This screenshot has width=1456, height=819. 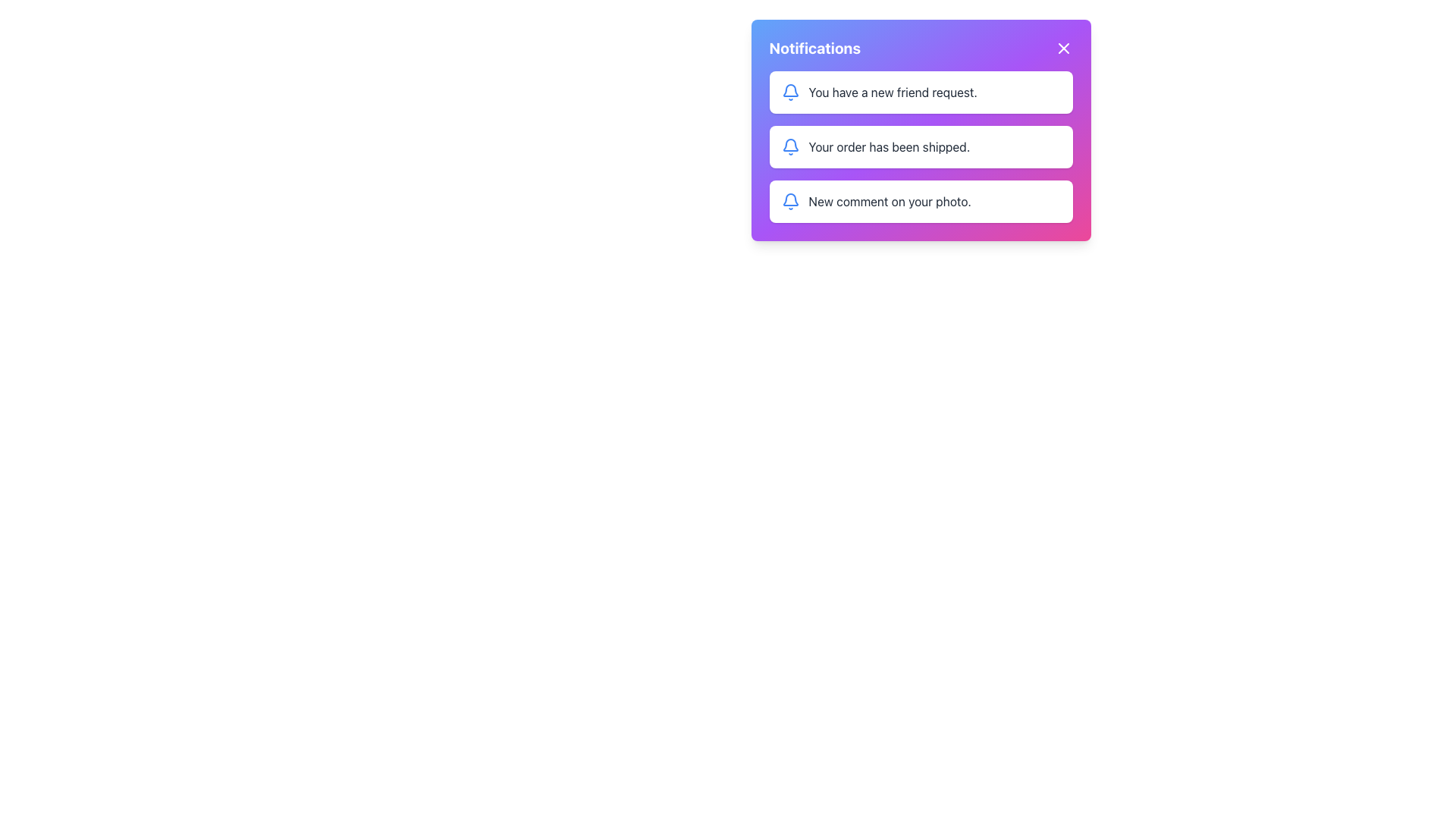 I want to click on the notification bell icon, which is the first element on each notification row, so click(x=789, y=145).